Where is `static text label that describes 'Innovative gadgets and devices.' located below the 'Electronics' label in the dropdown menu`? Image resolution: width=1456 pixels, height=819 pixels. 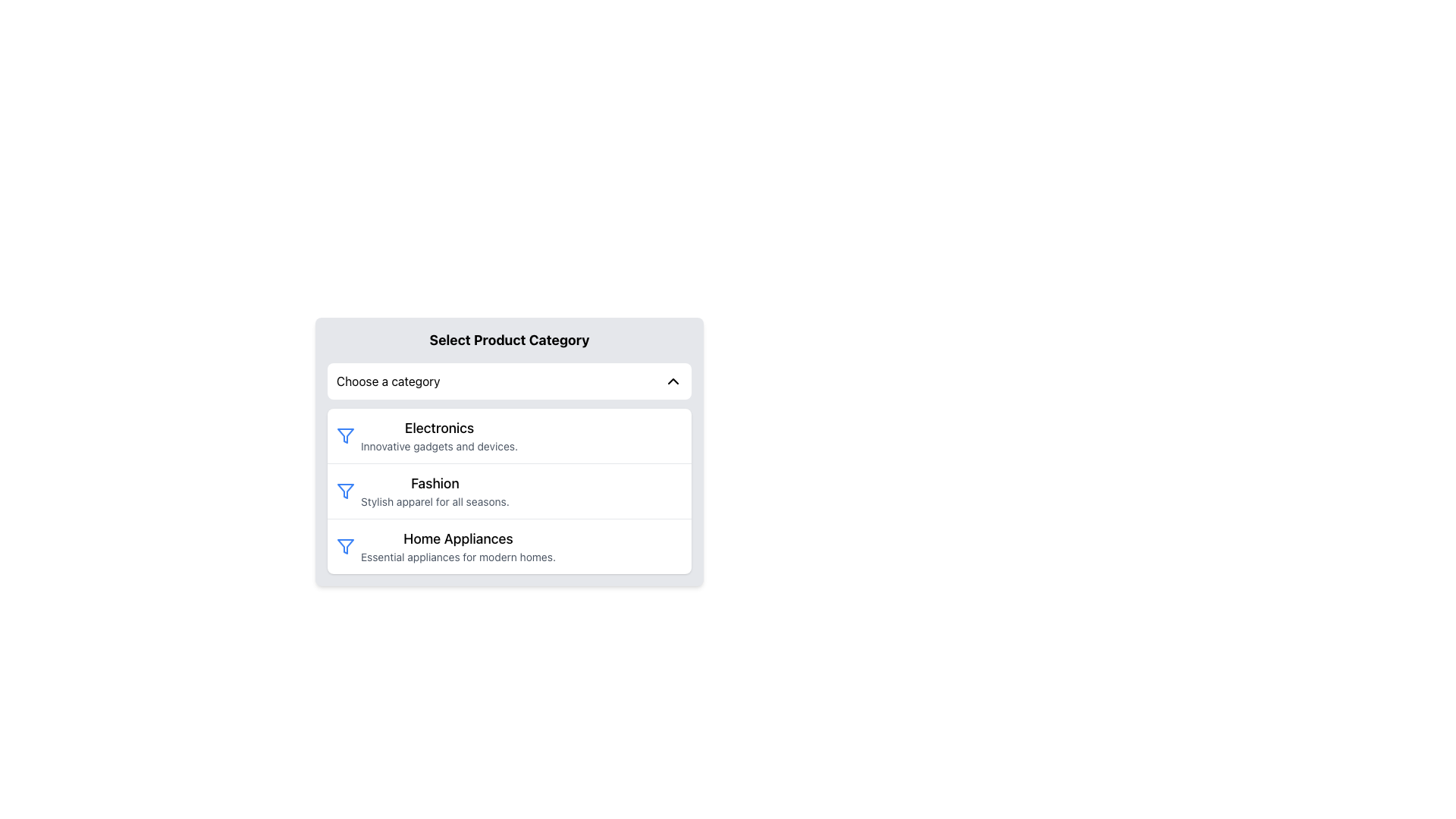
static text label that describes 'Innovative gadgets and devices.' located below the 'Electronics' label in the dropdown menu is located at coordinates (438, 446).